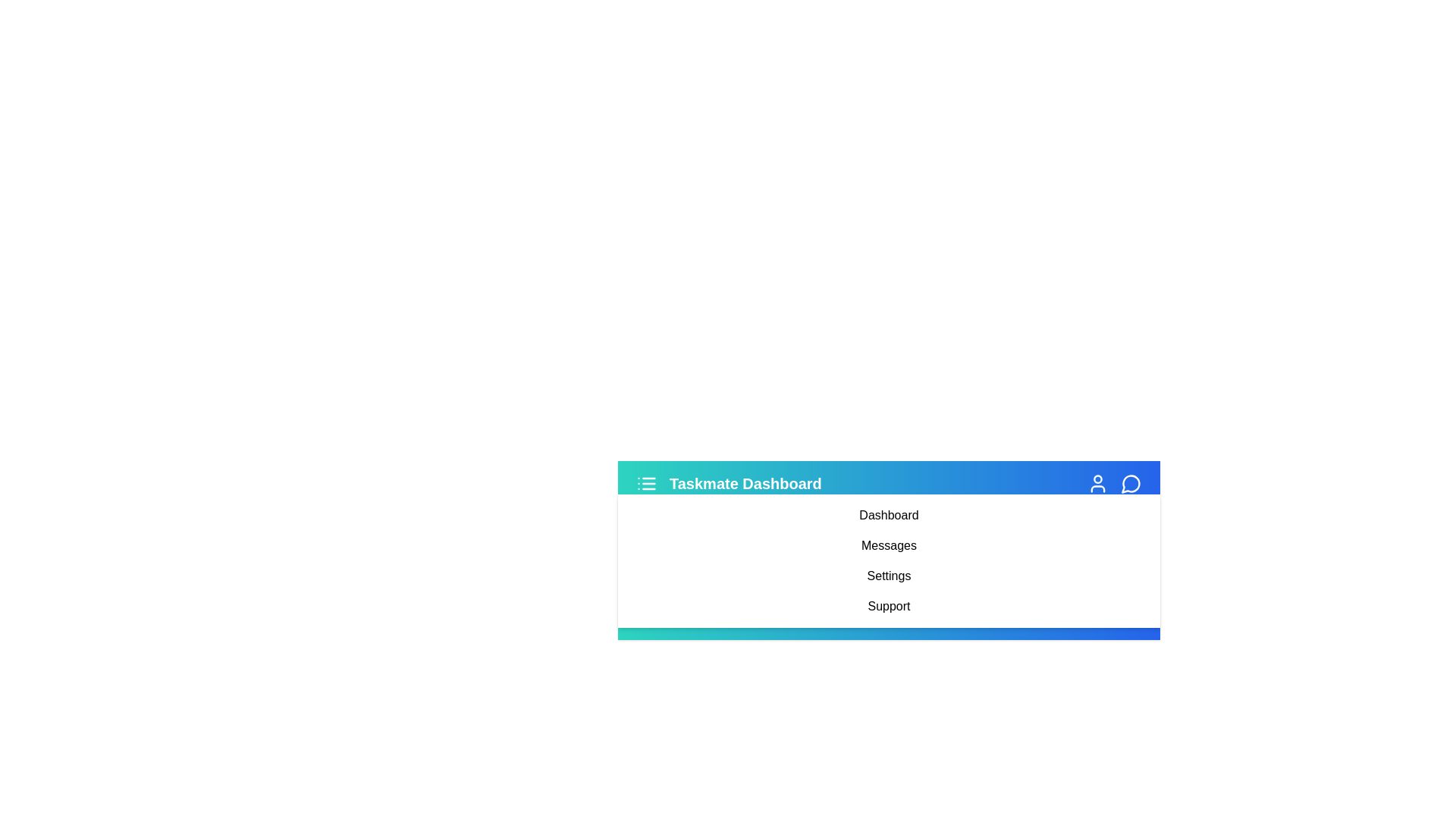  I want to click on the 'Support' link in the sidebar to navigate to the 'Support' section, so click(889, 605).